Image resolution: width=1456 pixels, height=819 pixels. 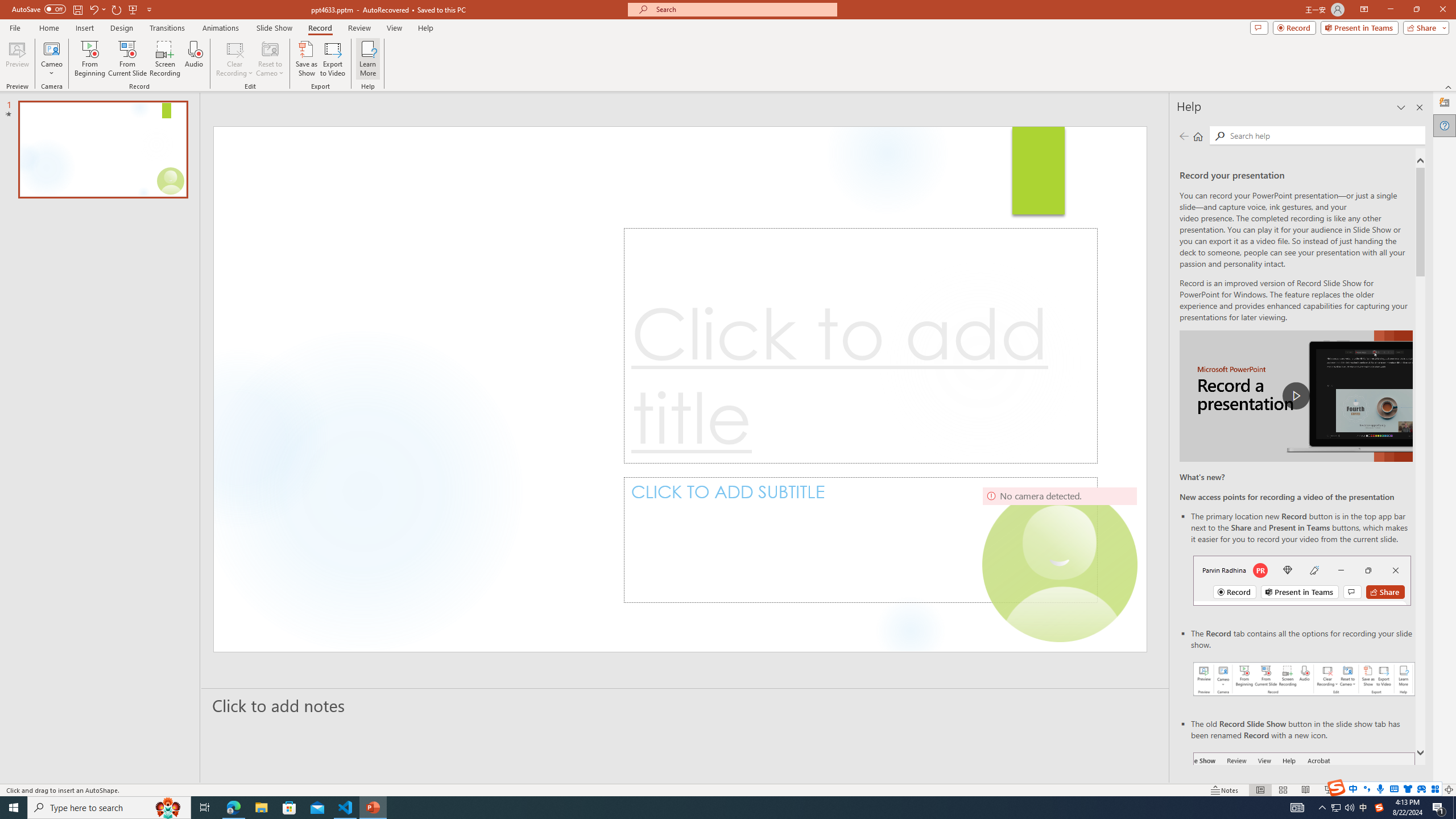 What do you see at coordinates (167, 28) in the screenshot?
I see `'Transitions'` at bounding box center [167, 28].